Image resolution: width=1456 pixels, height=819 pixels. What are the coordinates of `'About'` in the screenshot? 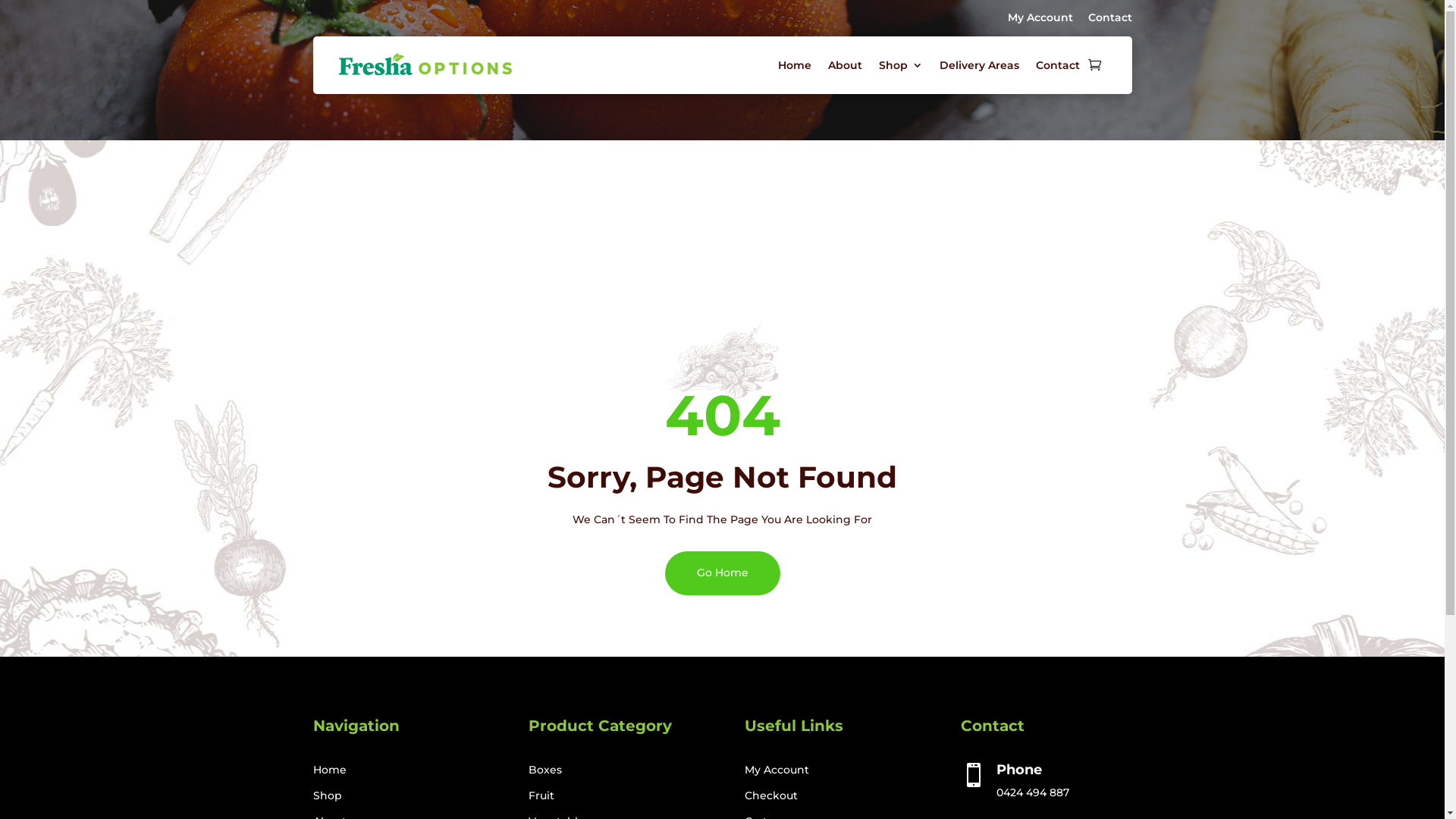 It's located at (844, 64).